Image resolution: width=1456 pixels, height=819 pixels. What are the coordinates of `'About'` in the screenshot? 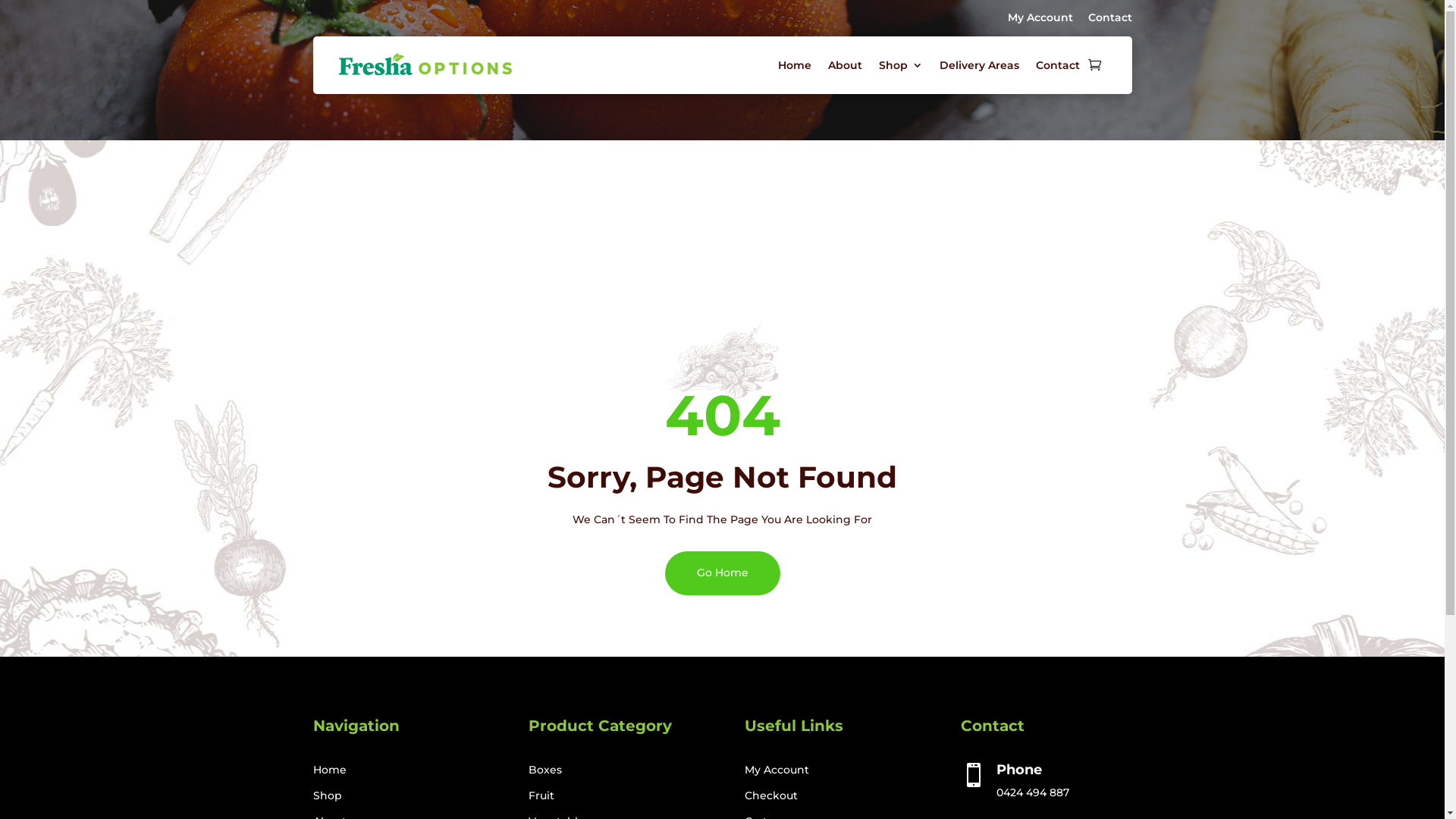 It's located at (844, 64).